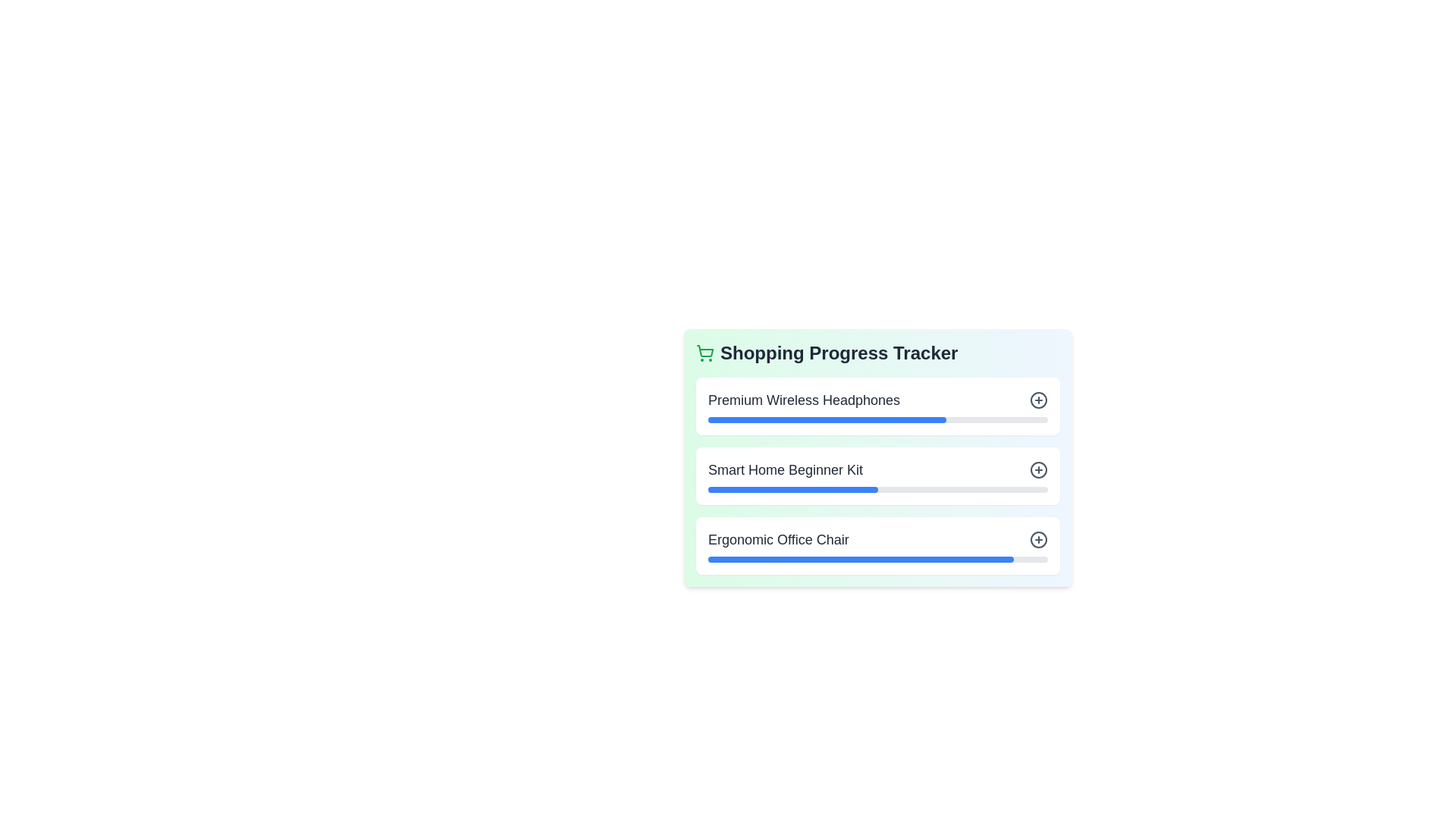 Image resolution: width=1456 pixels, height=819 pixels. What do you see at coordinates (1037, 539) in the screenshot?
I see `the circular '+' button located to the far right of the text 'Ergonomic Office Chair'` at bounding box center [1037, 539].